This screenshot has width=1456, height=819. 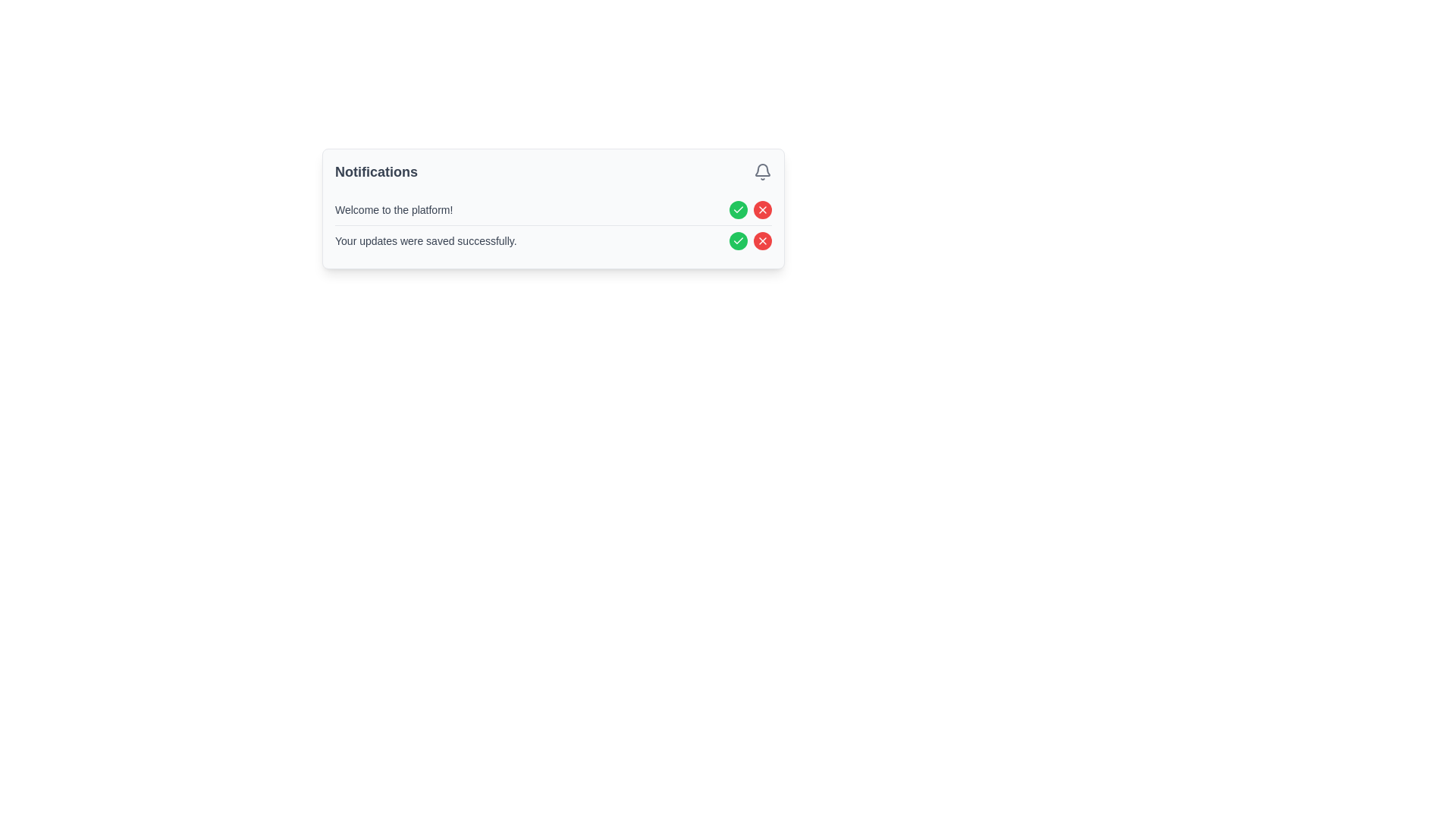 What do you see at coordinates (739, 240) in the screenshot?
I see `the green check icon located on the far right of the second row, next to the text 'Your updates were saved successfully.'` at bounding box center [739, 240].